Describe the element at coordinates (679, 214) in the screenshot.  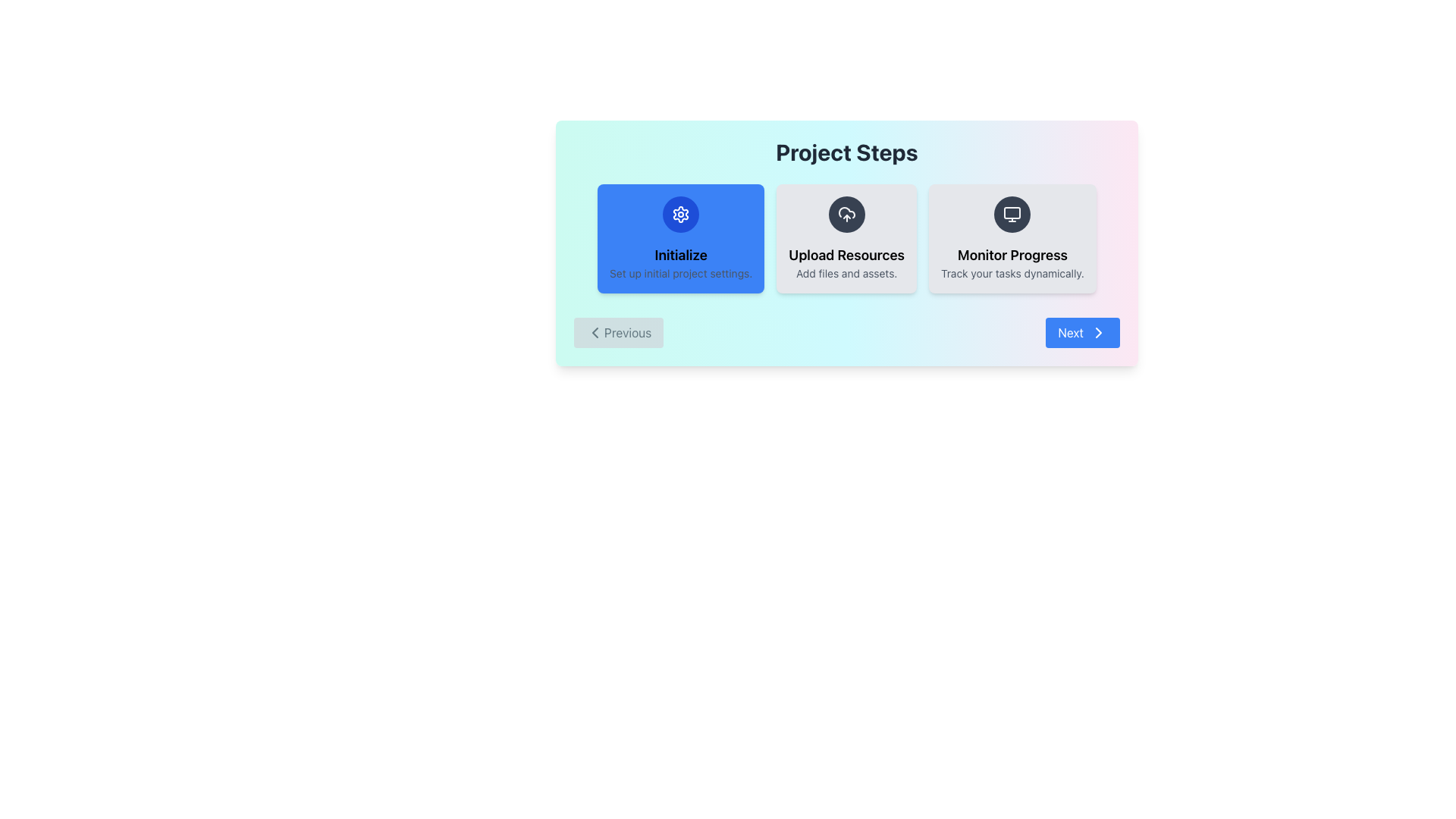
I see `the circular blue icon with a white gear symbol located at the top-center of the 'Initialize' card in the 'Project Steps' panel` at that location.